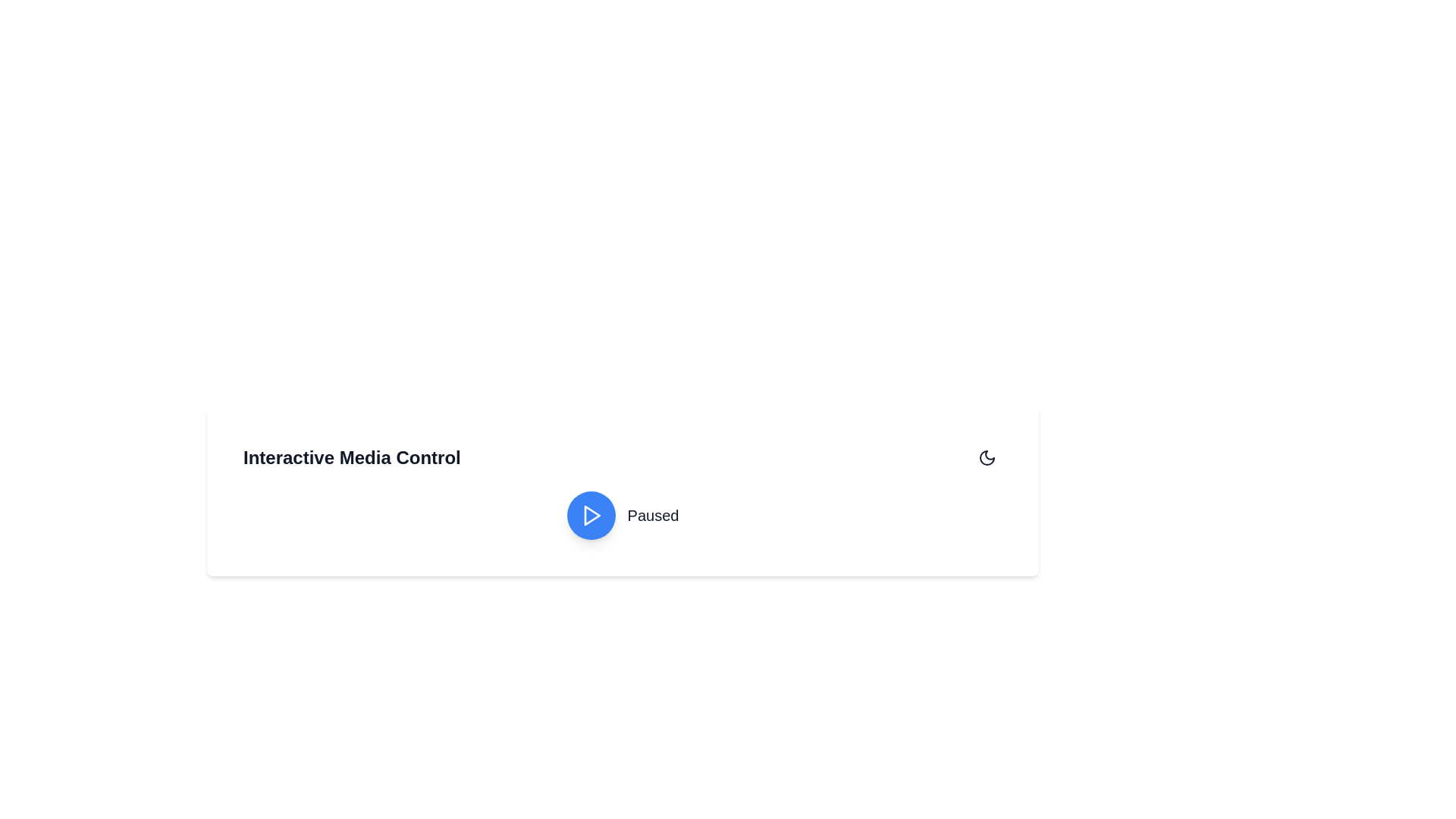 This screenshot has width=1456, height=819. I want to click on the toggle icon located at the top-right corner of the interface, so click(987, 457).